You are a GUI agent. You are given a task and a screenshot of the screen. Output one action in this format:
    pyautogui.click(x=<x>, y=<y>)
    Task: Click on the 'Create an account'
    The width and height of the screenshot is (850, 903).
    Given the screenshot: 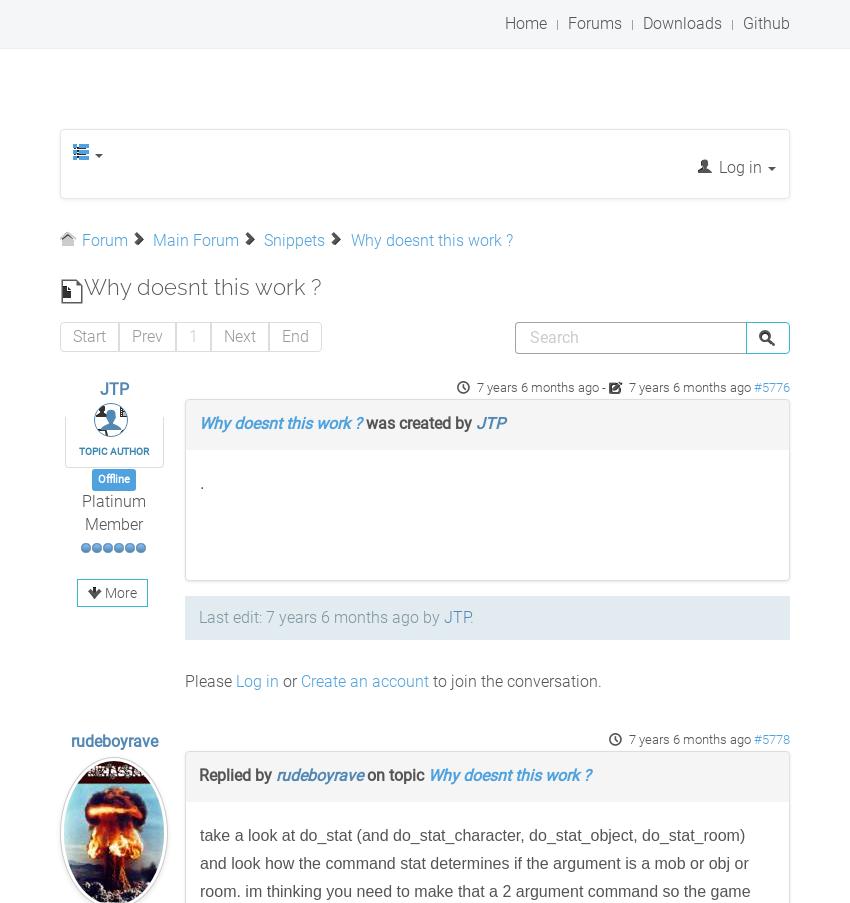 What is the action you would take?
    pyautogui.click(x=363, y=680)
    